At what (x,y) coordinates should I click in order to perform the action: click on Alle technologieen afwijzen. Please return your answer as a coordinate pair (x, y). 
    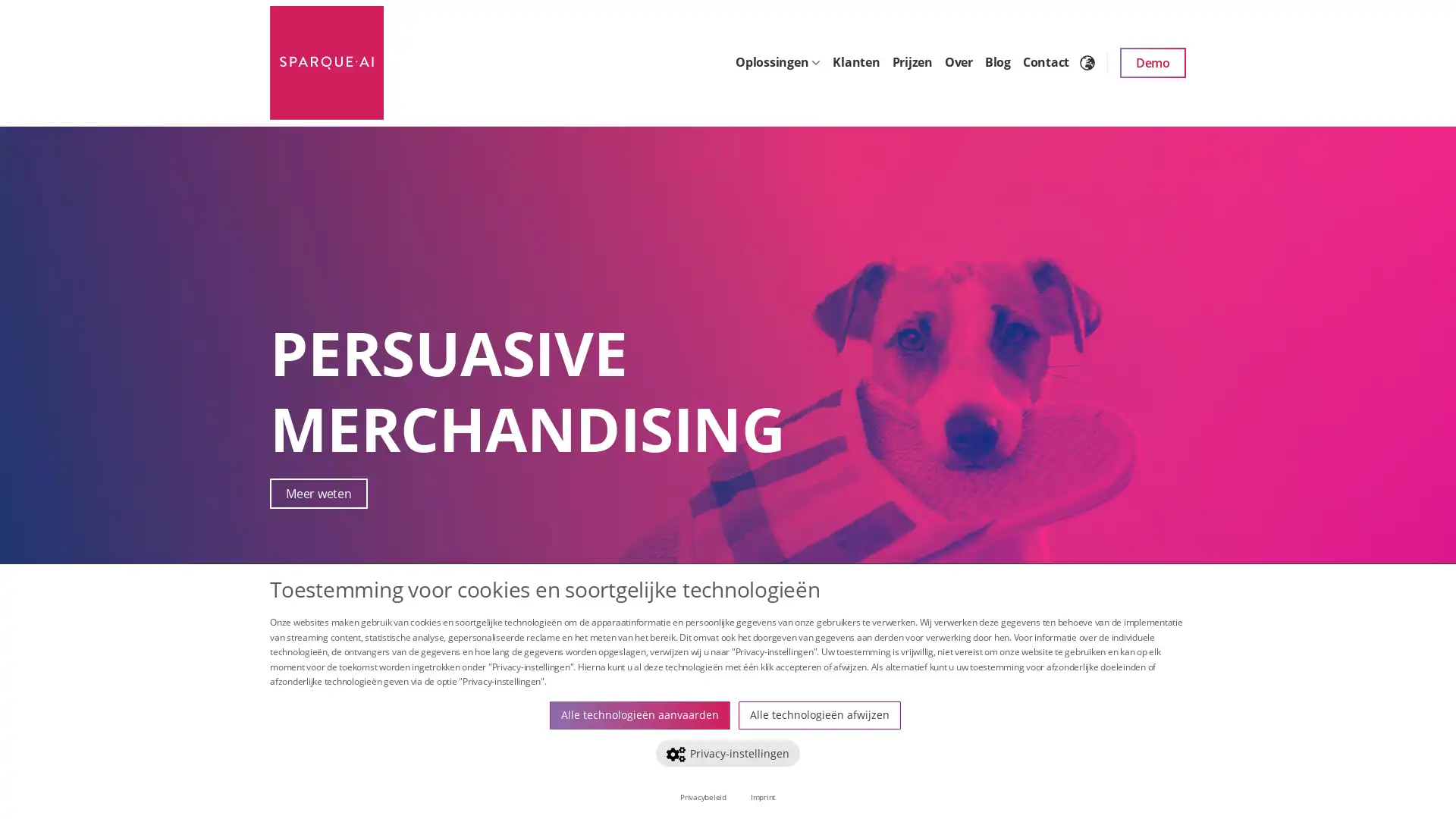
    Looking at the image, I should click on (818, 714).